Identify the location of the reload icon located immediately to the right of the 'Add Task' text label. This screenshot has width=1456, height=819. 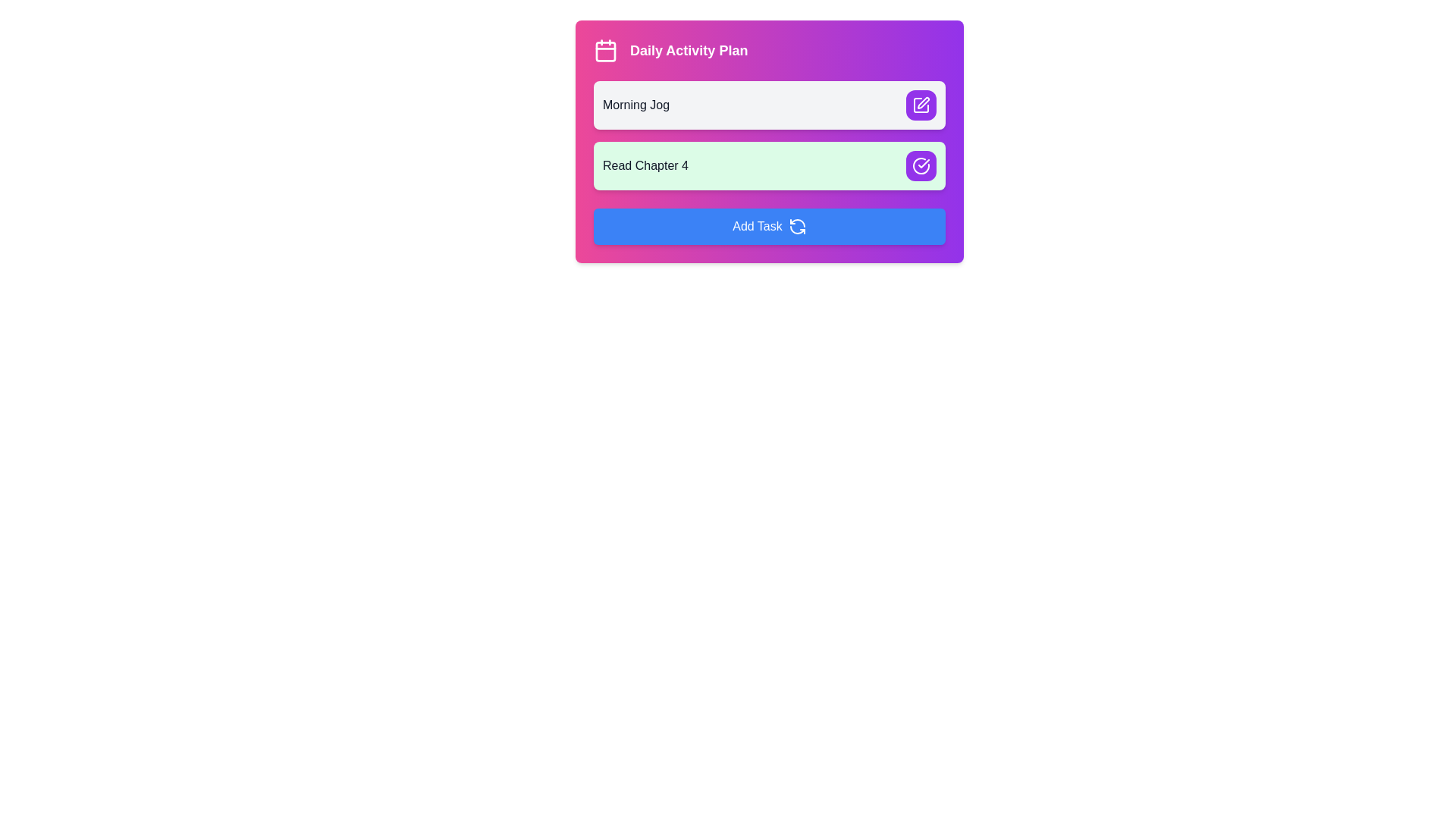
(796, 227).